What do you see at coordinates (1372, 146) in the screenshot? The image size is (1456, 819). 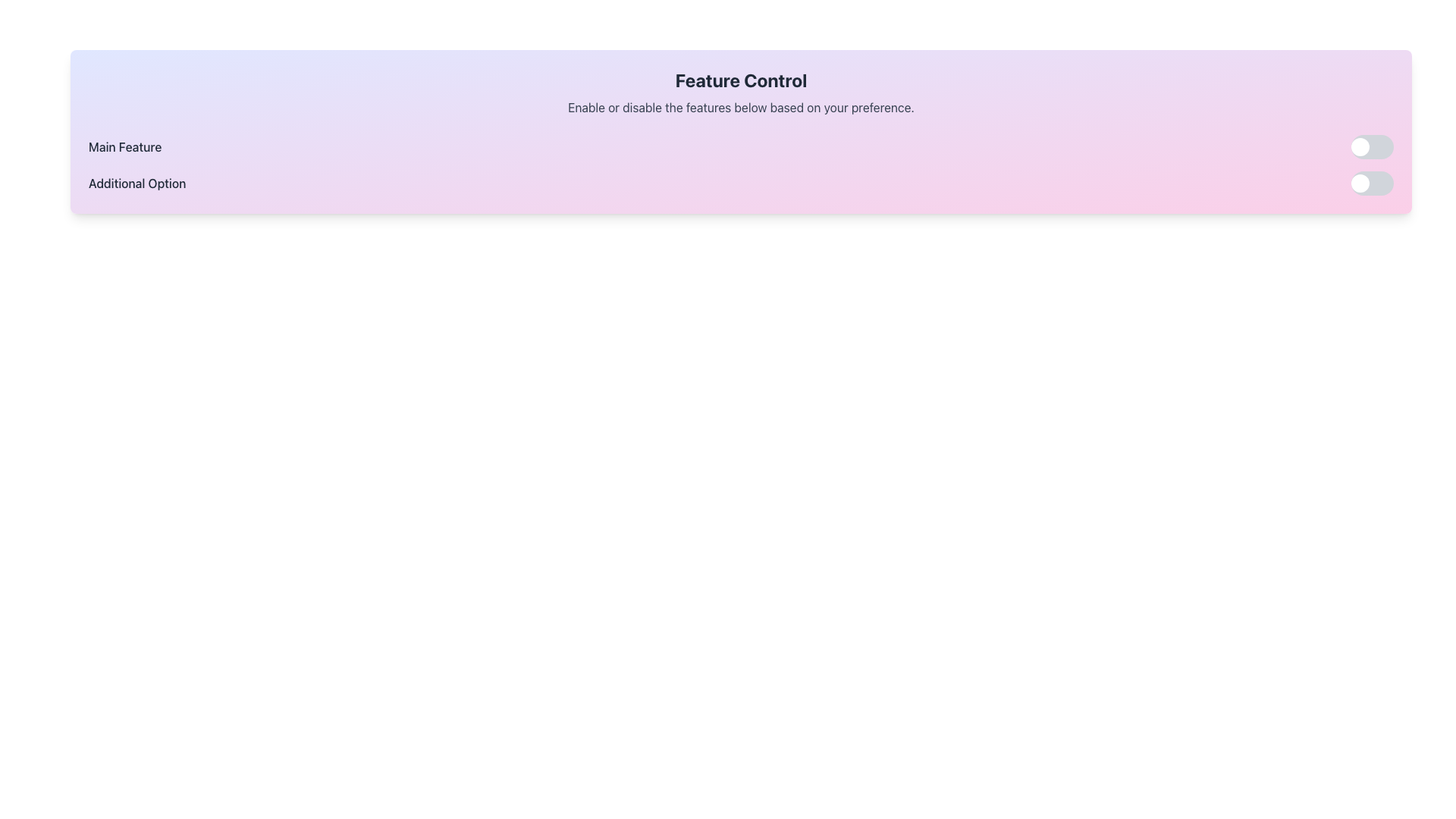 I see `the toggle switch located on the far right end of the row labeled 'Main Feature'` at bounding box center [1372, 146].